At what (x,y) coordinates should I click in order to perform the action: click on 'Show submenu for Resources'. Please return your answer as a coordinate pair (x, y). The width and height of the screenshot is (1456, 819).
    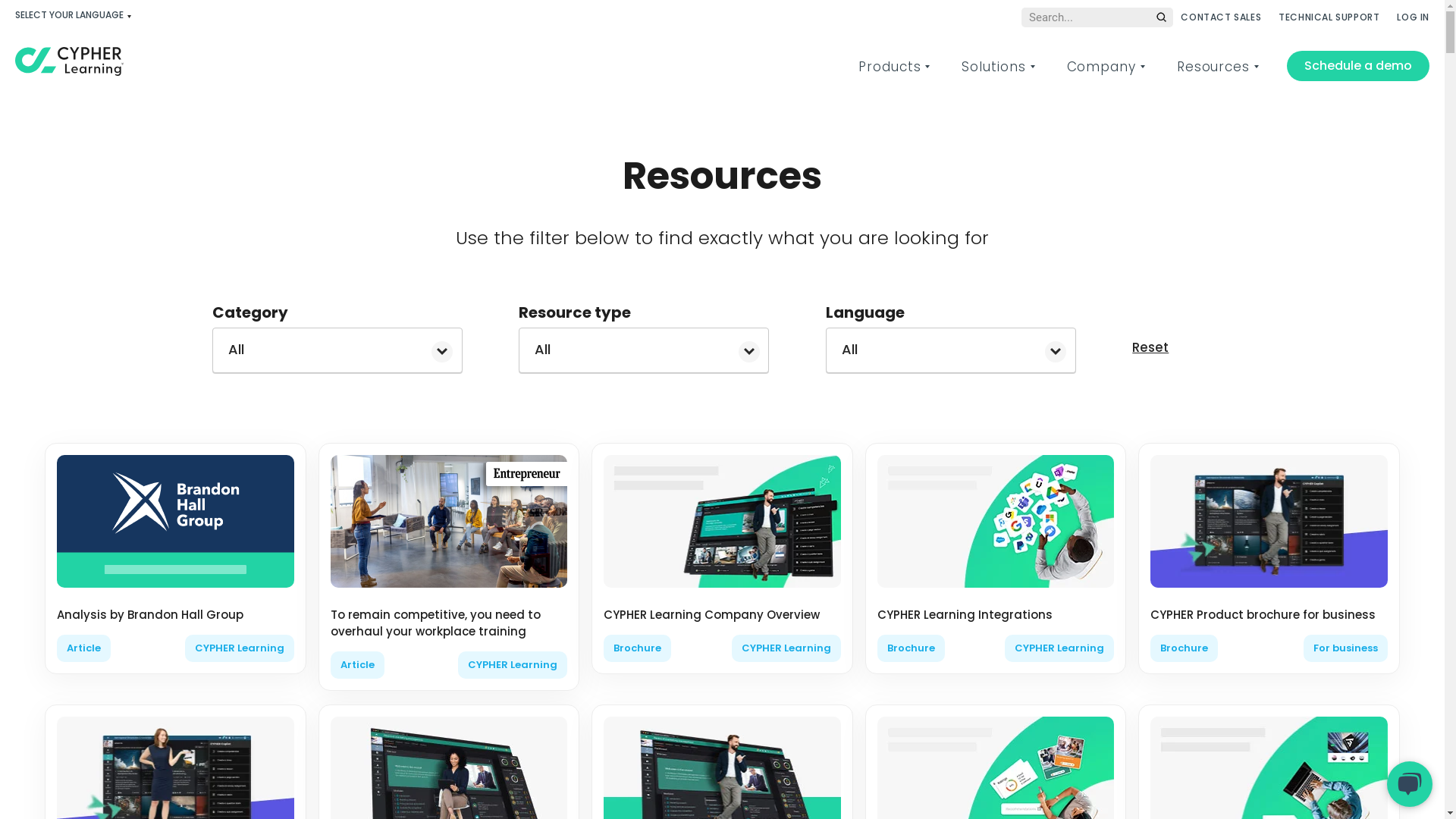
    Looking at the image, I should click on (1256, 66).